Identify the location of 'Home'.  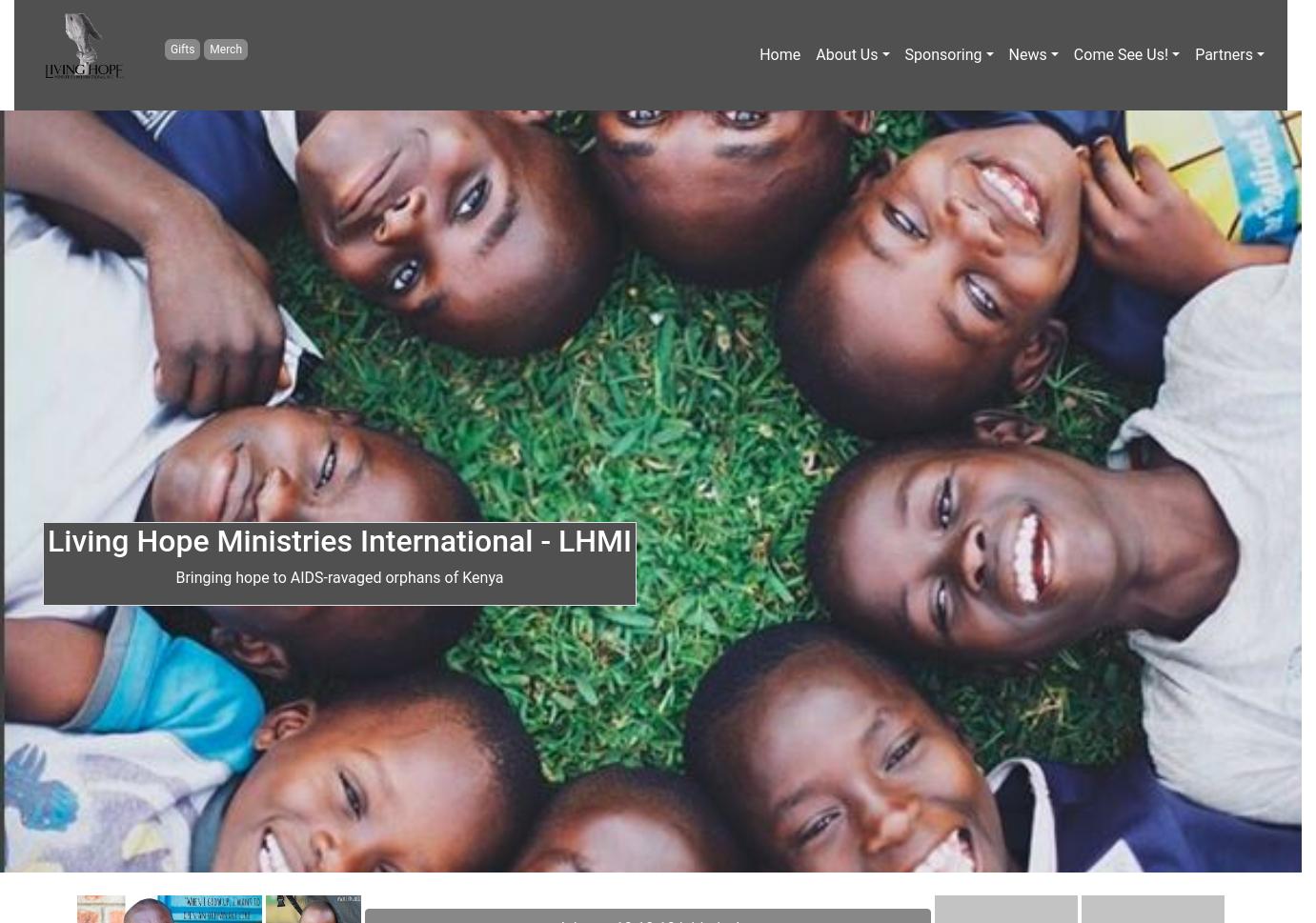
(779, 53).